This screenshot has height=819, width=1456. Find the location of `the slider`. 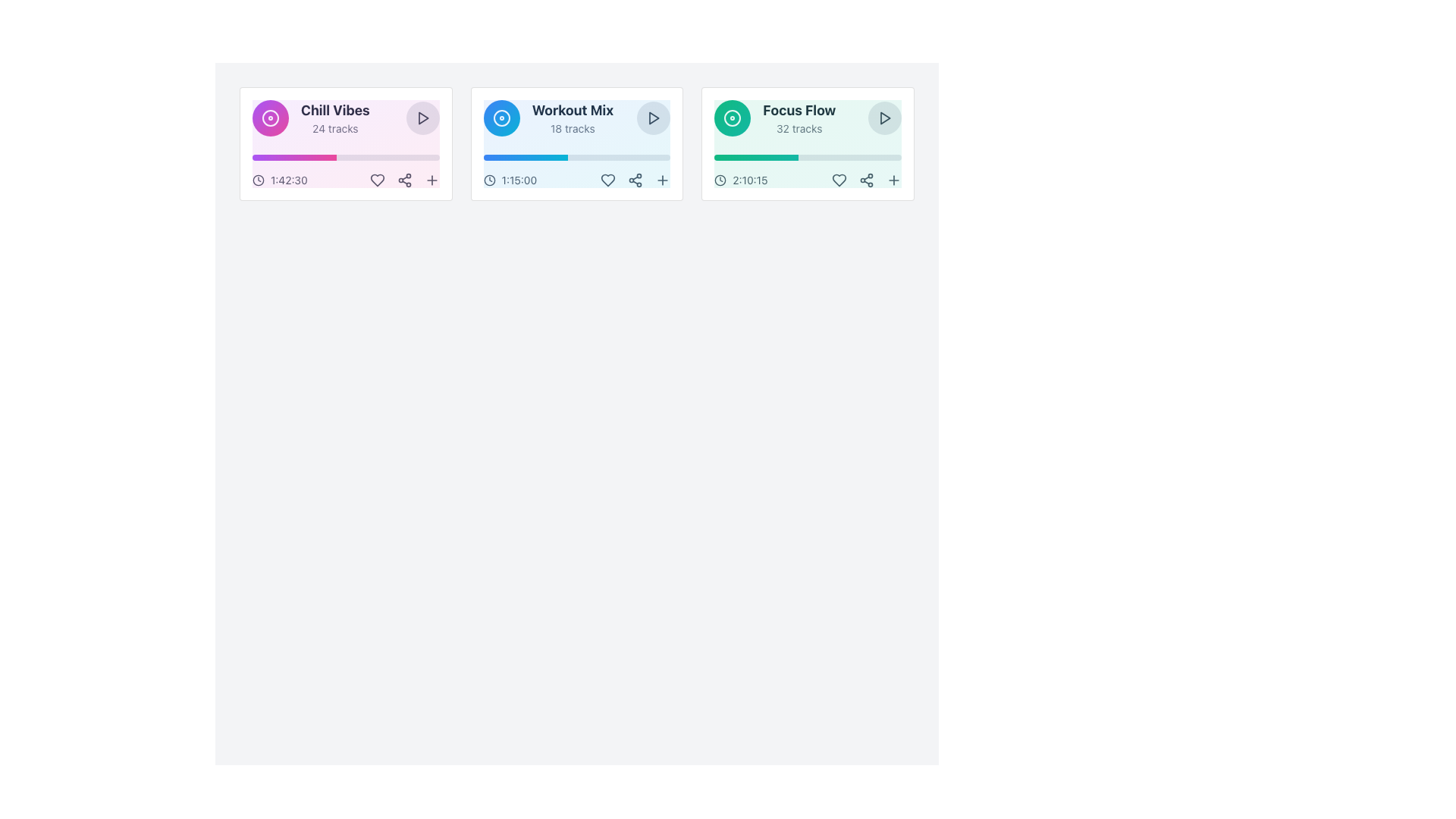

the slider is located at coordinates (560, 158).